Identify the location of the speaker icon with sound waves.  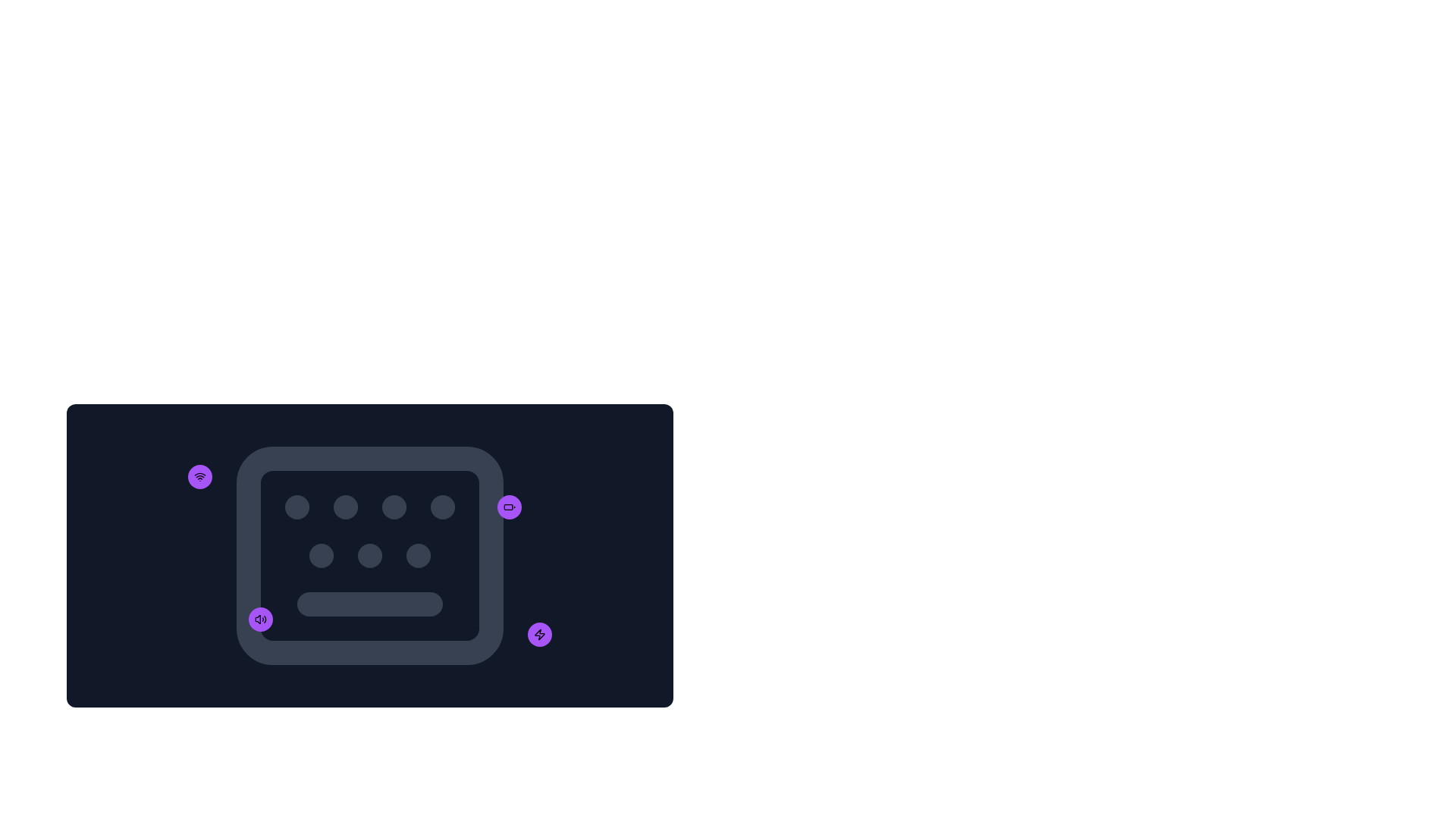
(261, 620).